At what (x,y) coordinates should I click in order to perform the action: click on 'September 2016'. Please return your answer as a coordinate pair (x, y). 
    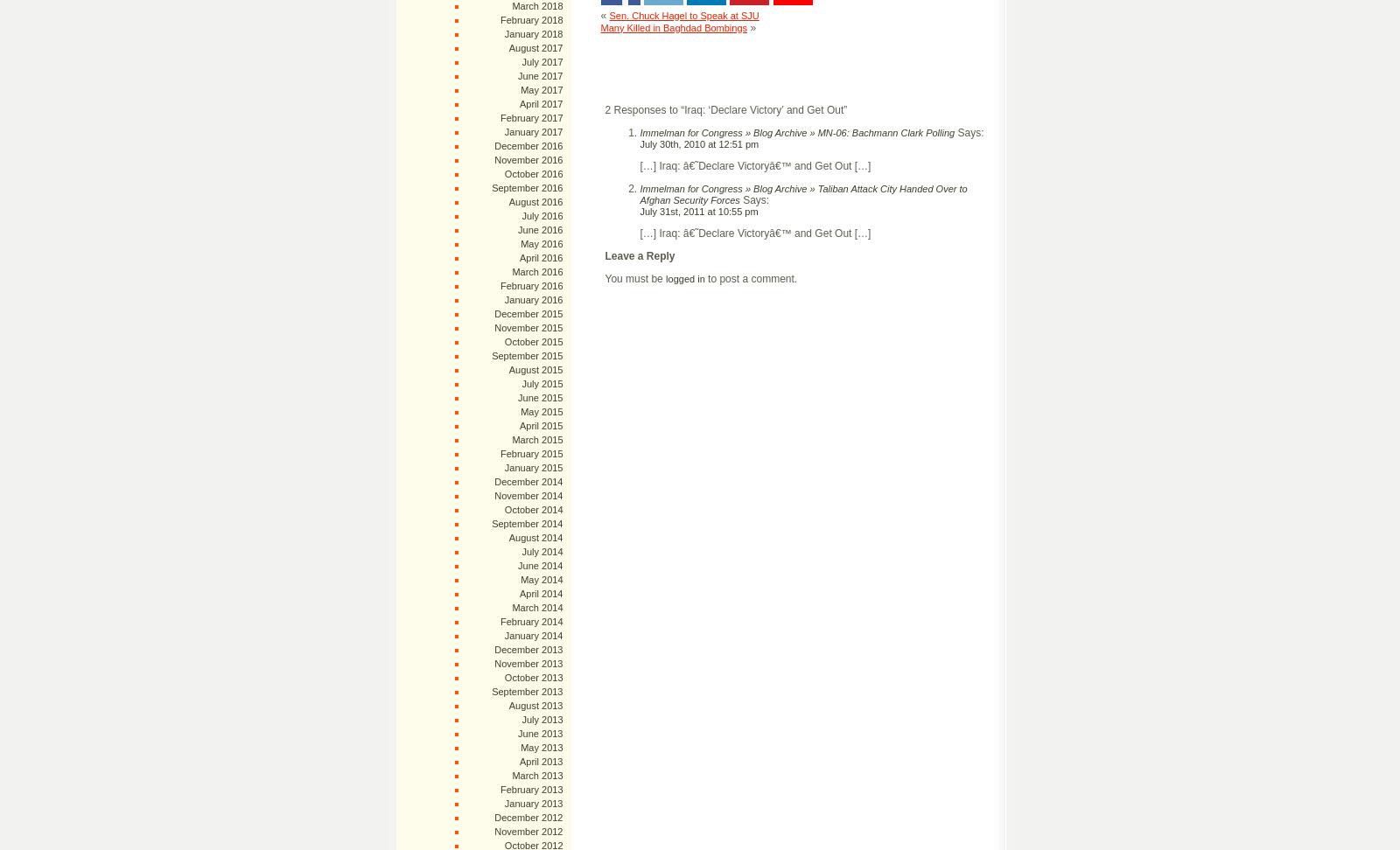
    Looking at the image, I should click on (527, 187).